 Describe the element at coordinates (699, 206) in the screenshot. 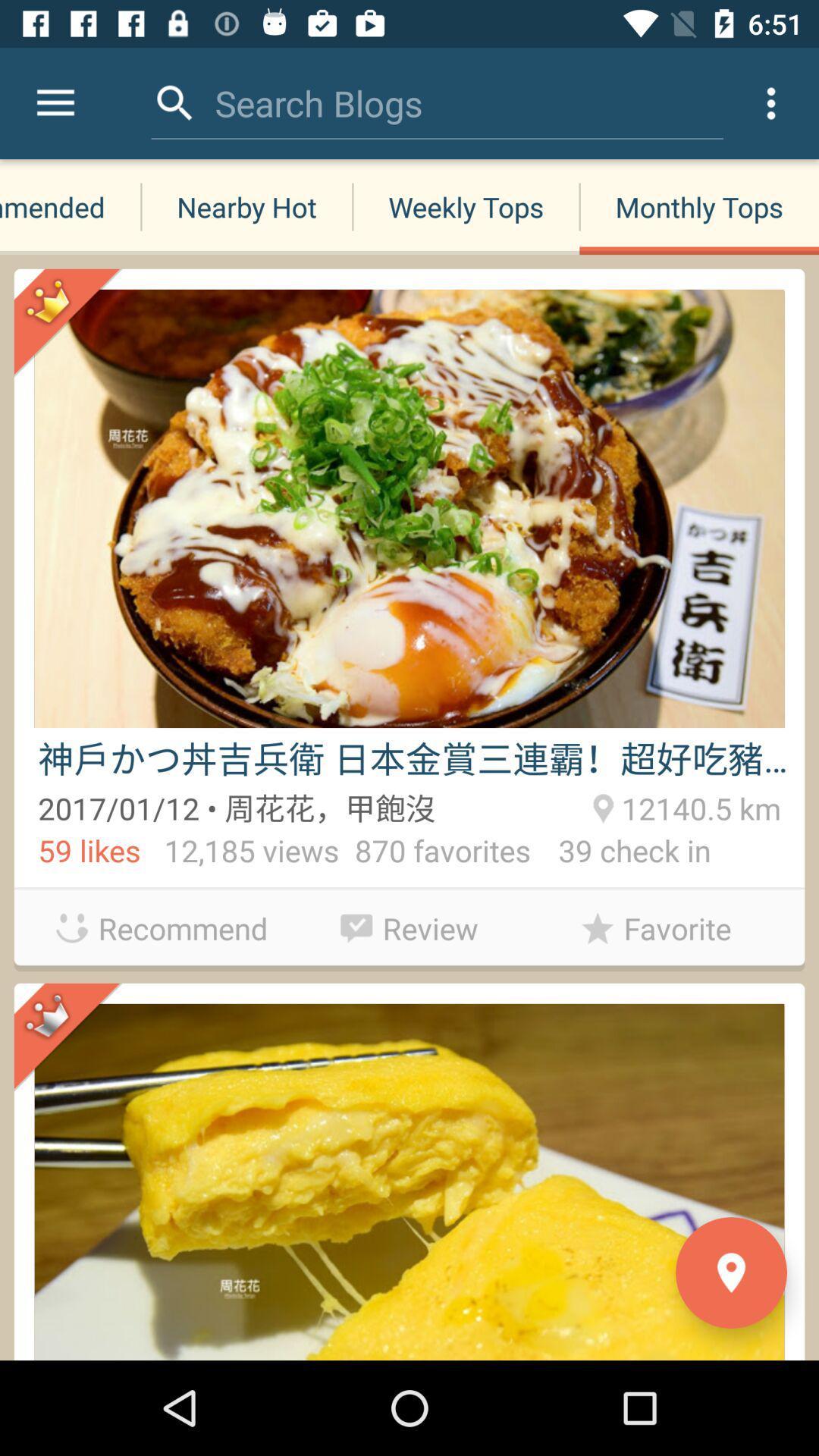

I see `icon next to the weekly tops` at that location.